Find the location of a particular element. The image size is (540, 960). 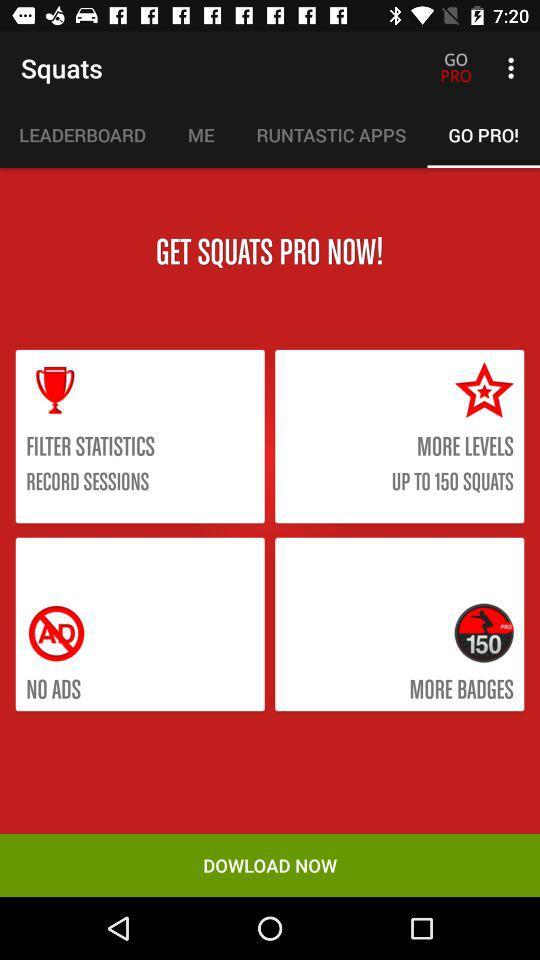

the item above the get squats pro item is located at coordinates (82, 134).